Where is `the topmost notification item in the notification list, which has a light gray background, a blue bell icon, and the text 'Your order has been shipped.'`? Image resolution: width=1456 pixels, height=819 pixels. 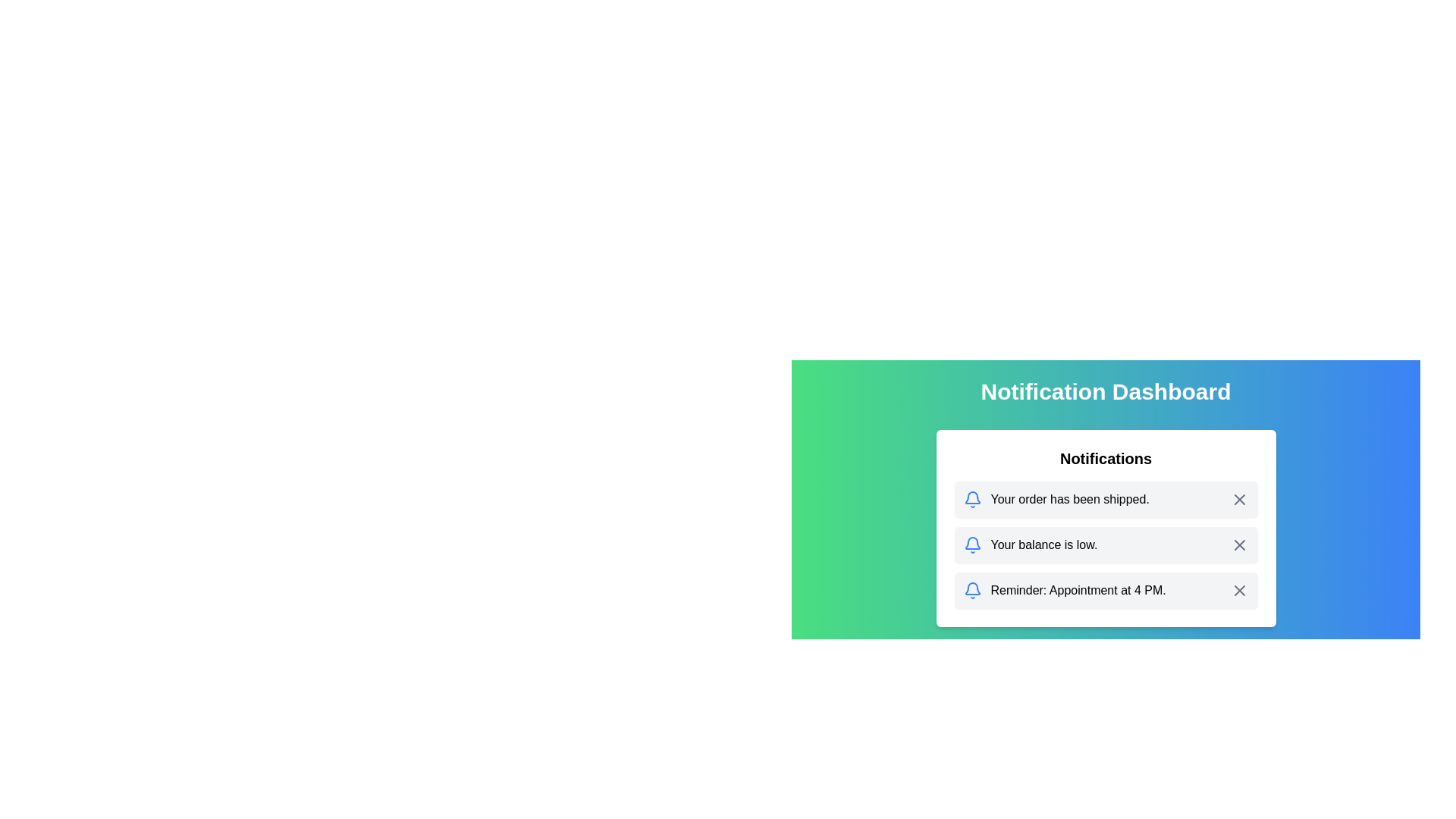 the topmost notification item in the notification list, which has a light gray background, a blue bell icon, and the text 'Your order has been shipped.' is located at coordinates (1106, 500).